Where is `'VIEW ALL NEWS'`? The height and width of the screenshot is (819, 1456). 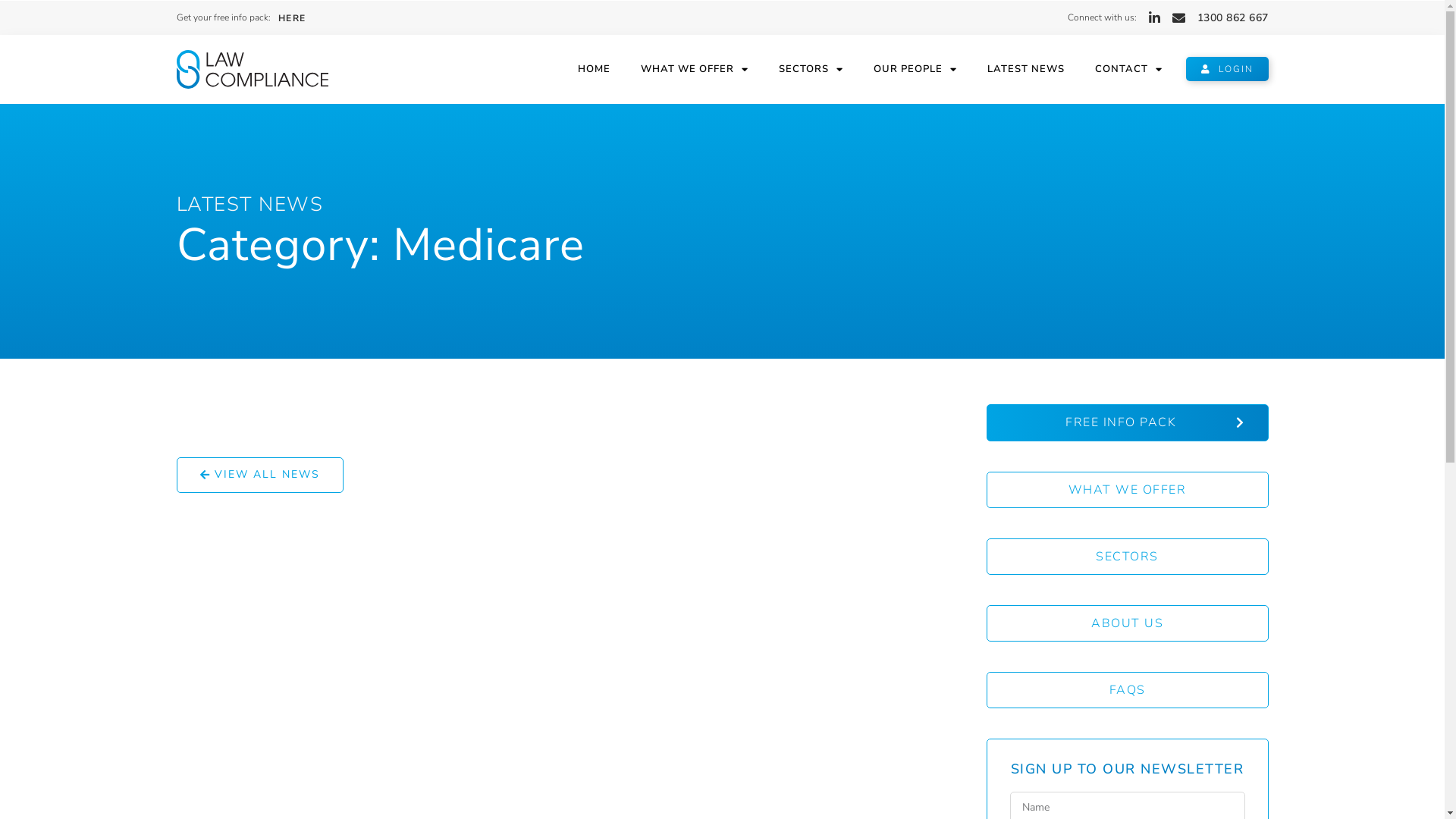
'VIEW ALL NEWS' is located at coordinates (259, 474).